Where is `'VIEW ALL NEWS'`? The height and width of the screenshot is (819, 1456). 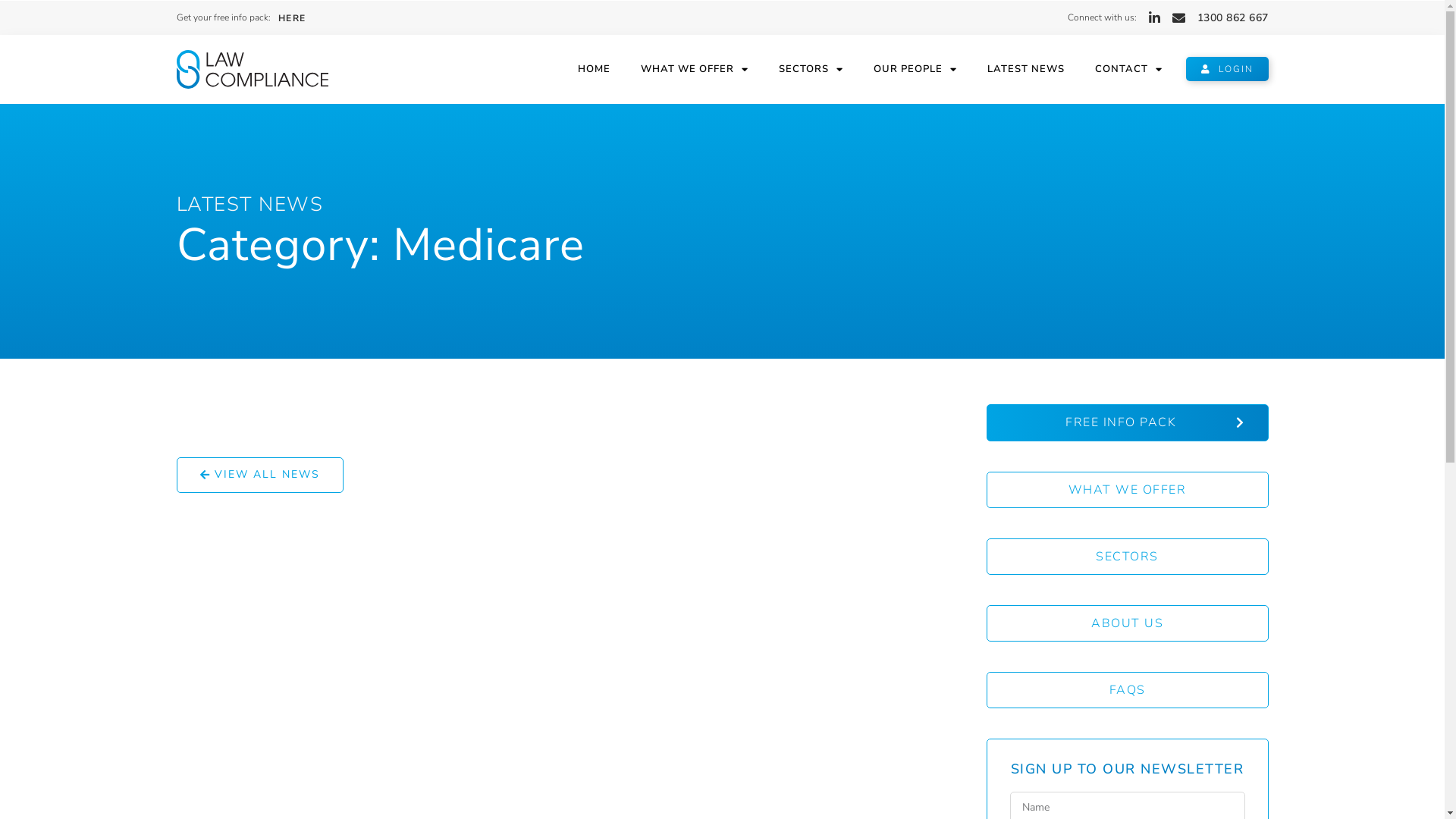
'VIEW ALL NEWS' is located at coordinates (259, 474).